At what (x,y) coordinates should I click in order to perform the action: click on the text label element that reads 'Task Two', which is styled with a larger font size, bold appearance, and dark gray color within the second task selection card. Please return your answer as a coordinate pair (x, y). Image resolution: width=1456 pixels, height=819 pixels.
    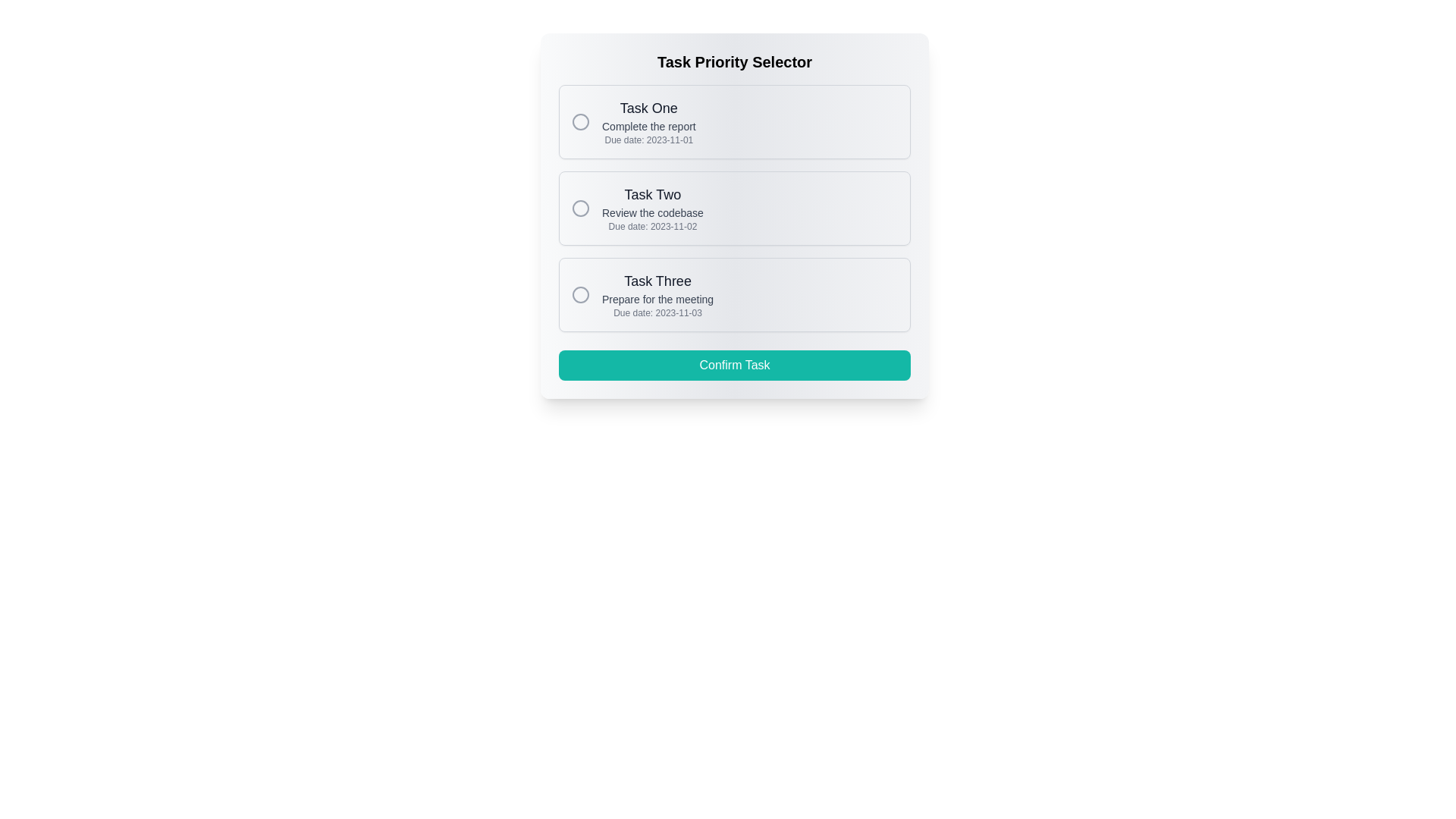
    Looking at the image, I should click on (652, 194).